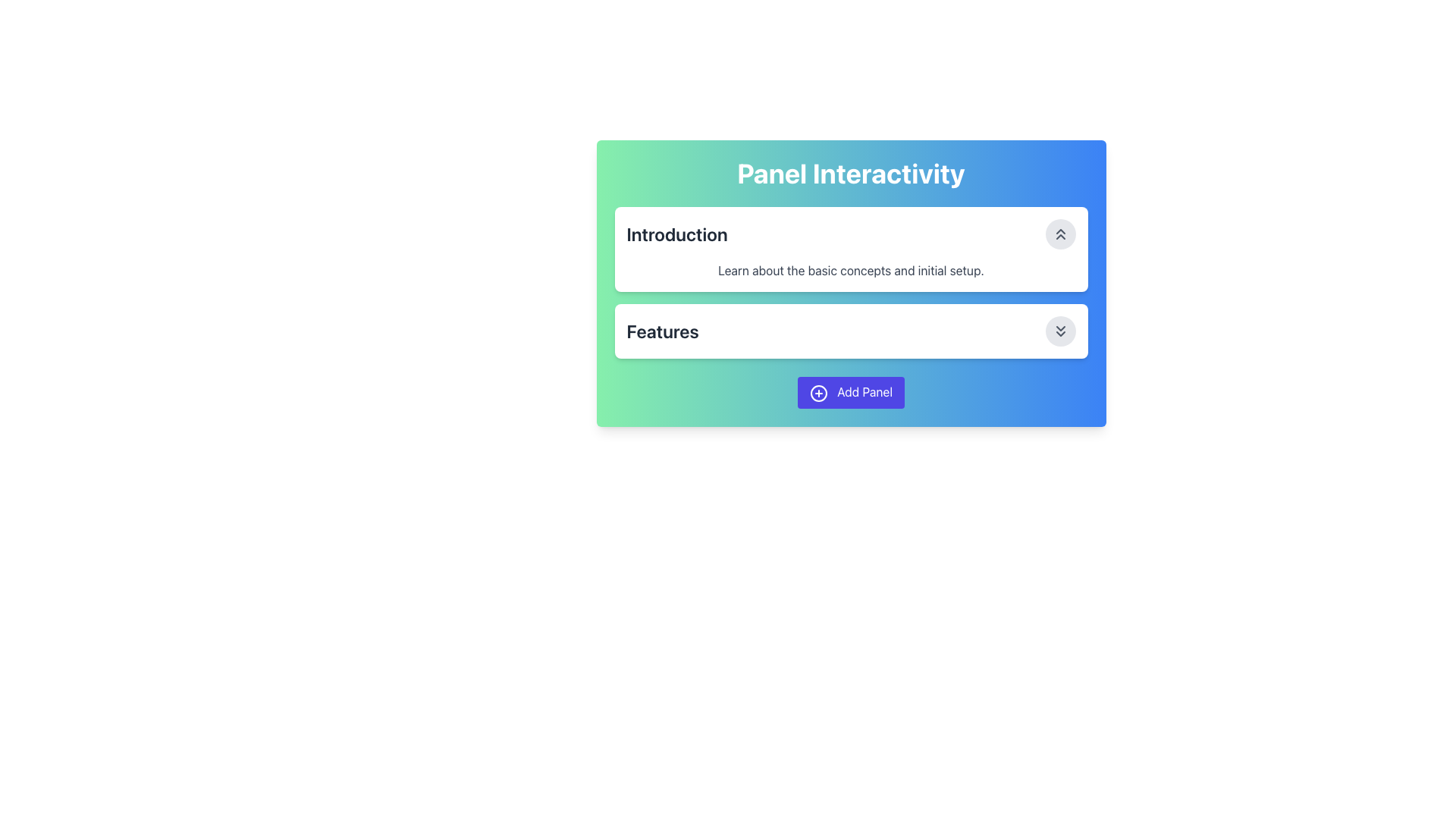 The height and width of the screenshot is (819, 1456). I want to click on the text block that displays 'Learn about the basic concepts and initial setup.' positioned below the 'Introduction' title, so click(851, 270).